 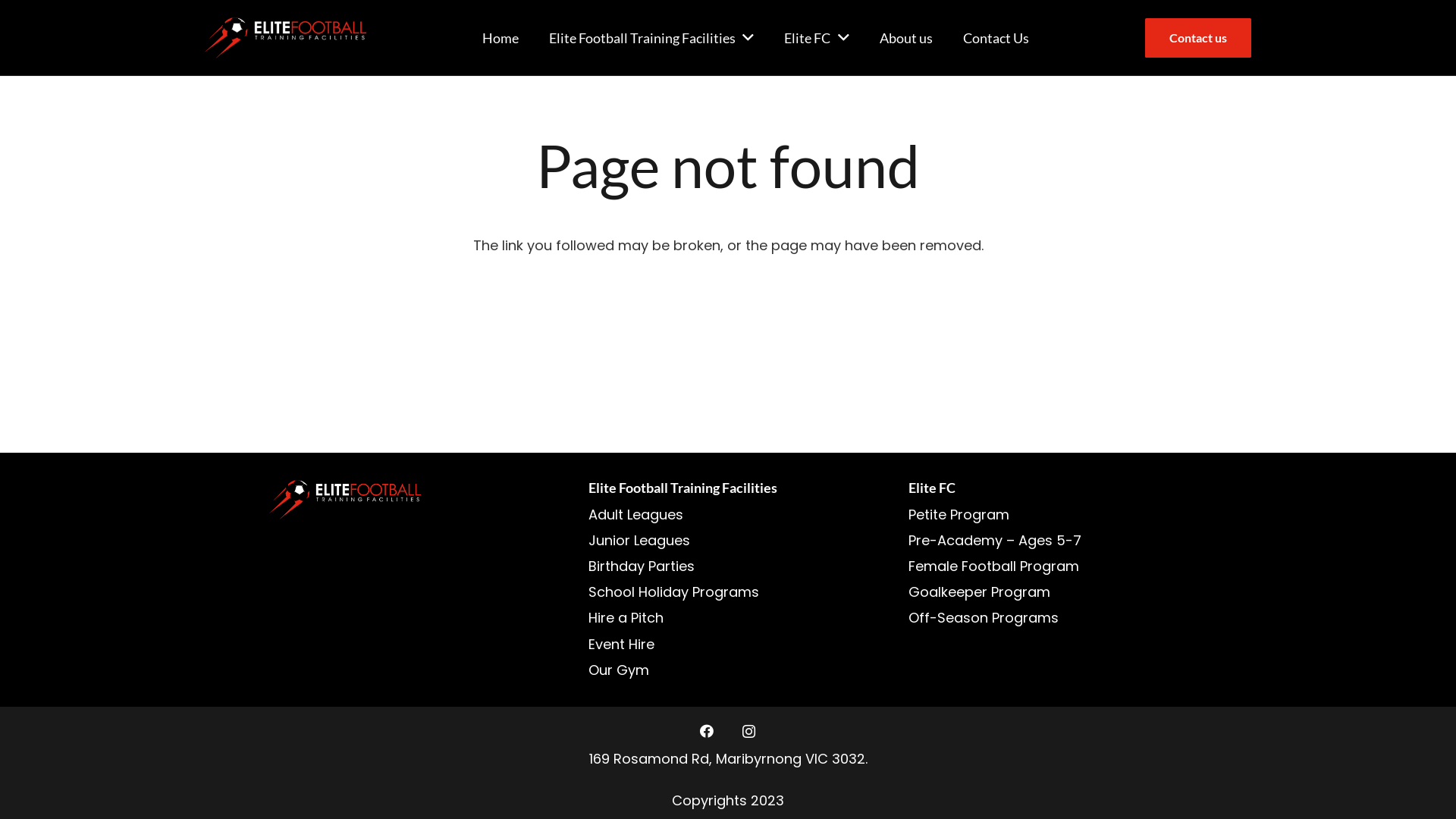 I want to click on 'Contact us', so click(x=1197, y=36).